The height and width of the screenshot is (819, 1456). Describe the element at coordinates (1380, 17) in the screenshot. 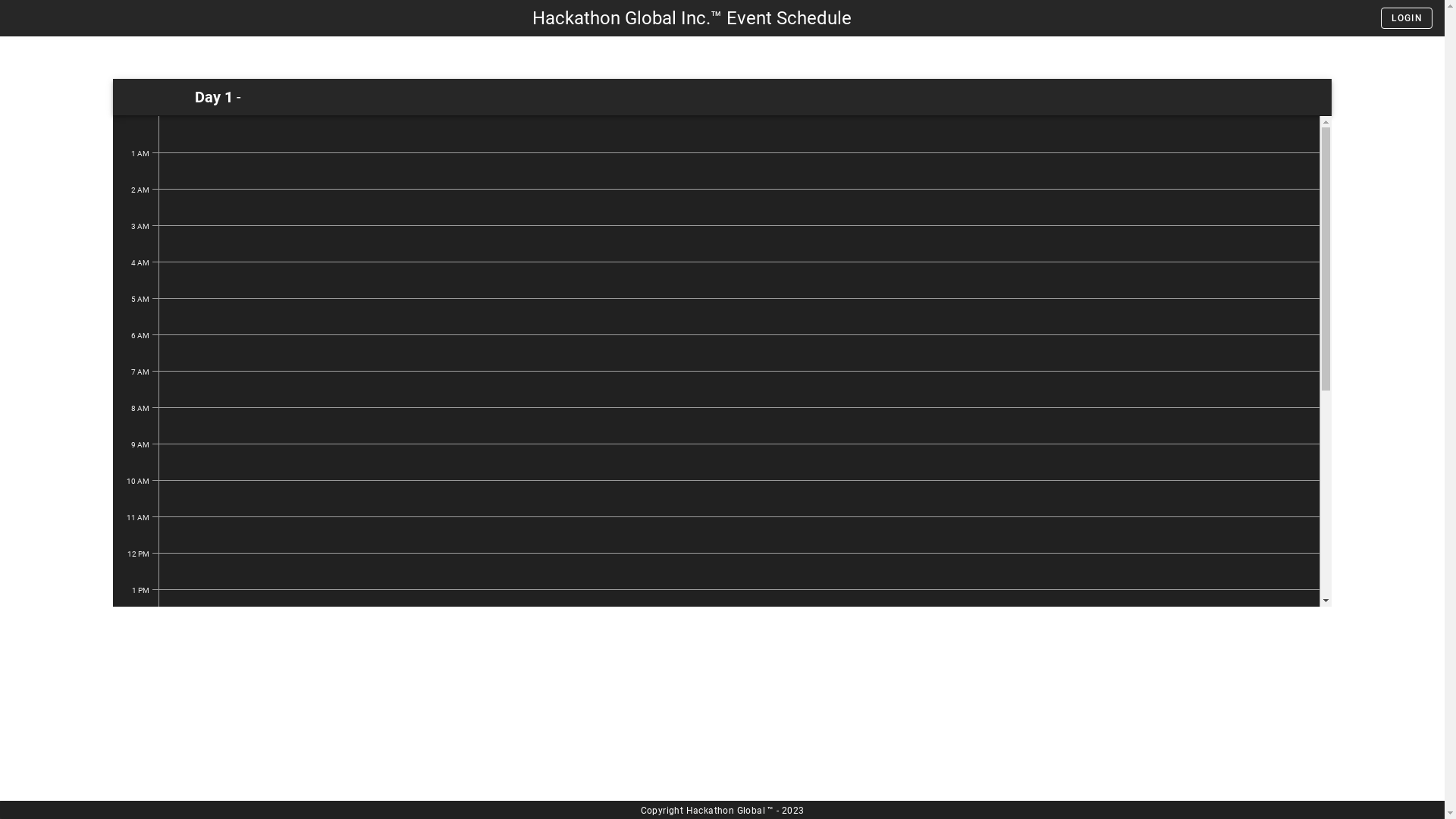

I see `'LOGIN'` at that location.